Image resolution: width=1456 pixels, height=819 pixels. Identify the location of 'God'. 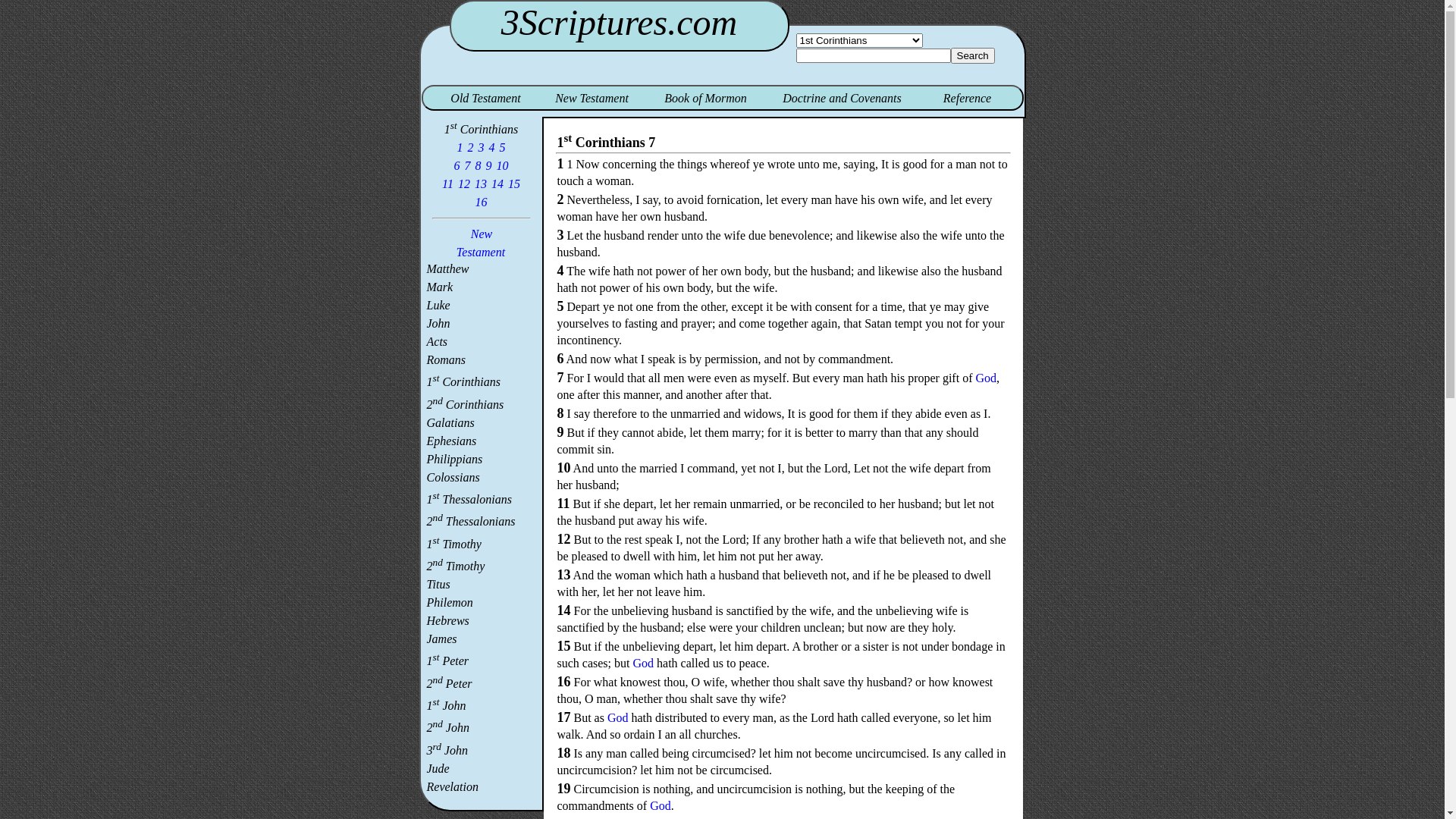
(618, 717).